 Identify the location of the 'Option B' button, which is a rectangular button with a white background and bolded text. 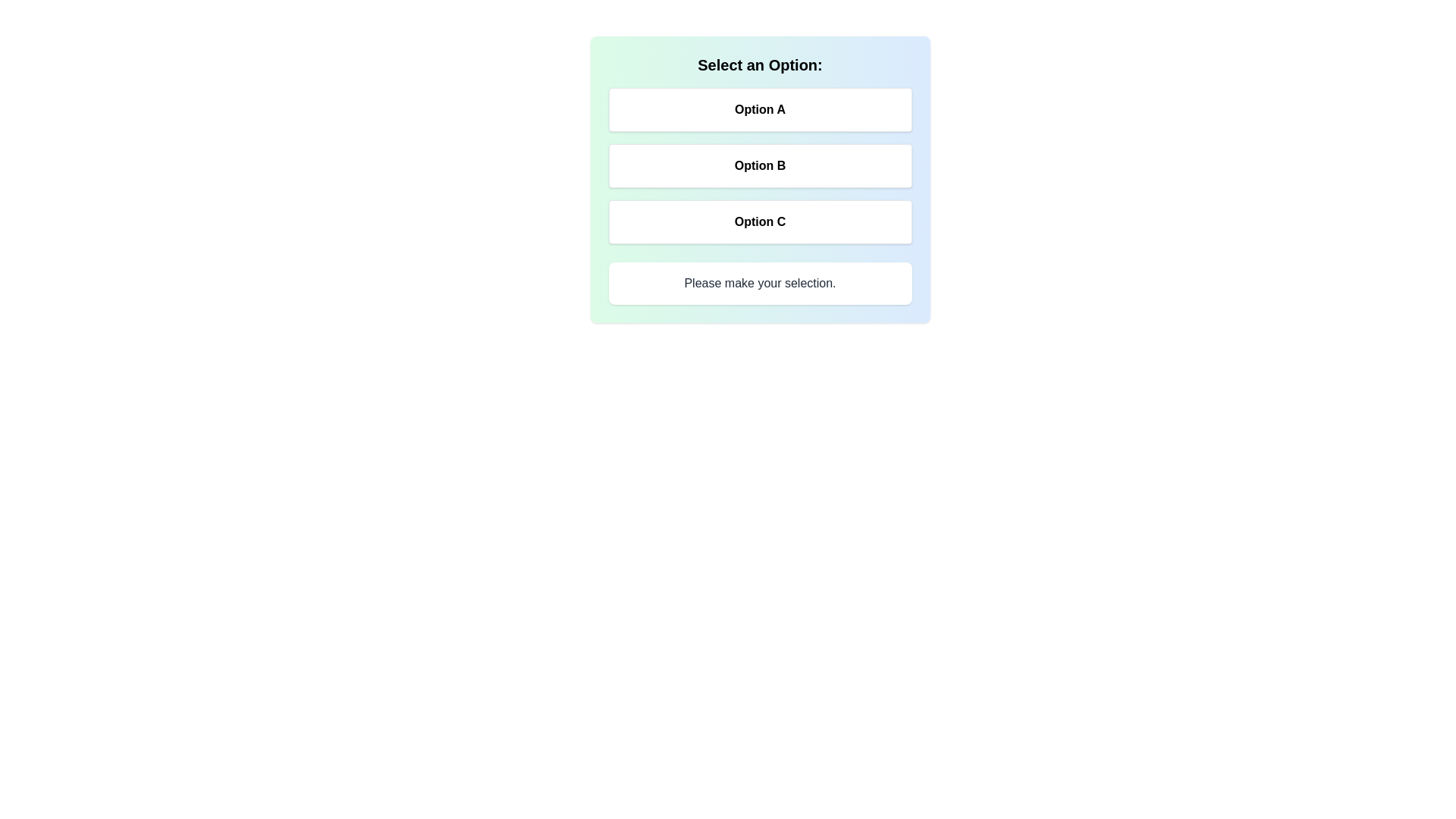
(760, 166).